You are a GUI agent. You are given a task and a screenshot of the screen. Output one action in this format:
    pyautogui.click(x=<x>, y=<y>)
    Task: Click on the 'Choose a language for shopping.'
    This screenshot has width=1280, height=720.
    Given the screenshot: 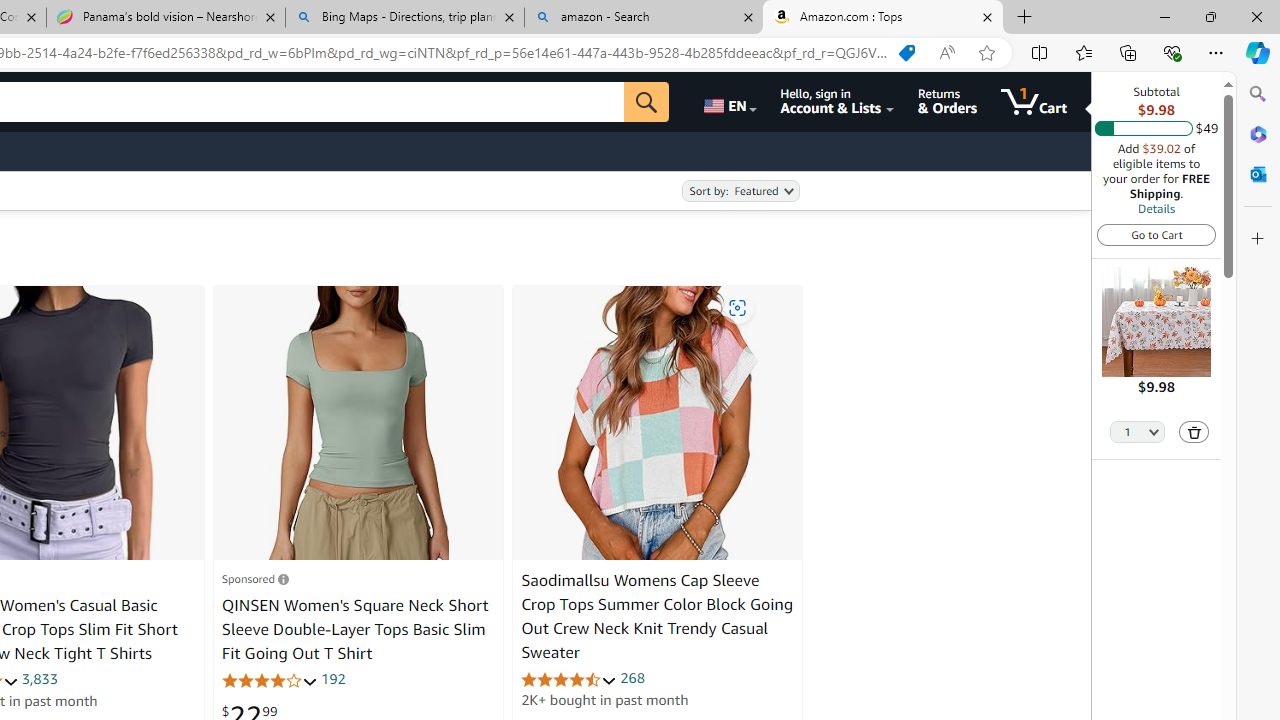 What is the action you would take?
    pyautogui.click(x=727, y=101)
    